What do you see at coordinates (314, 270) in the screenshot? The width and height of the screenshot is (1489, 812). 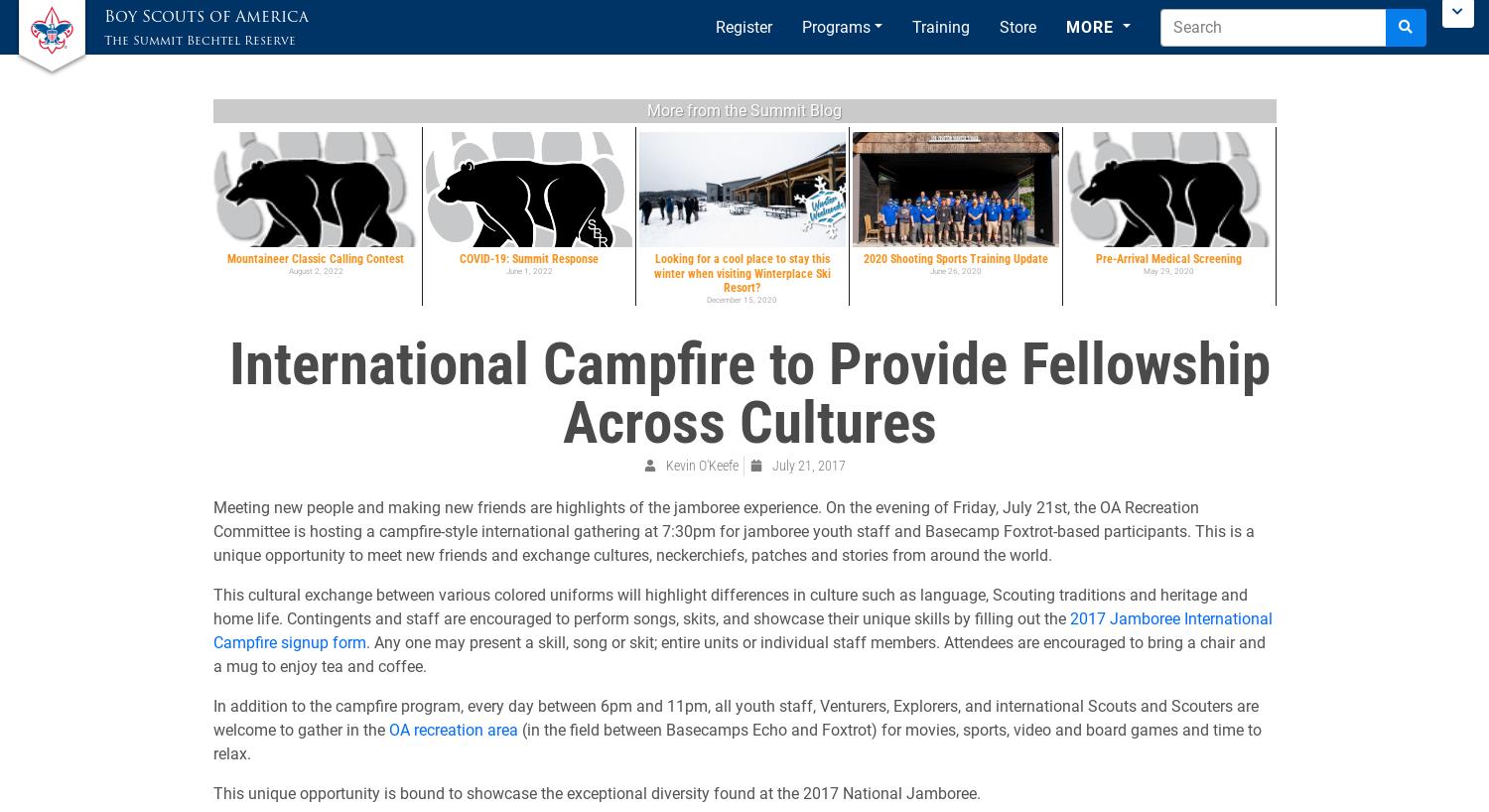 I see `'August 2, 2022'` at bounding box center [314, 270].